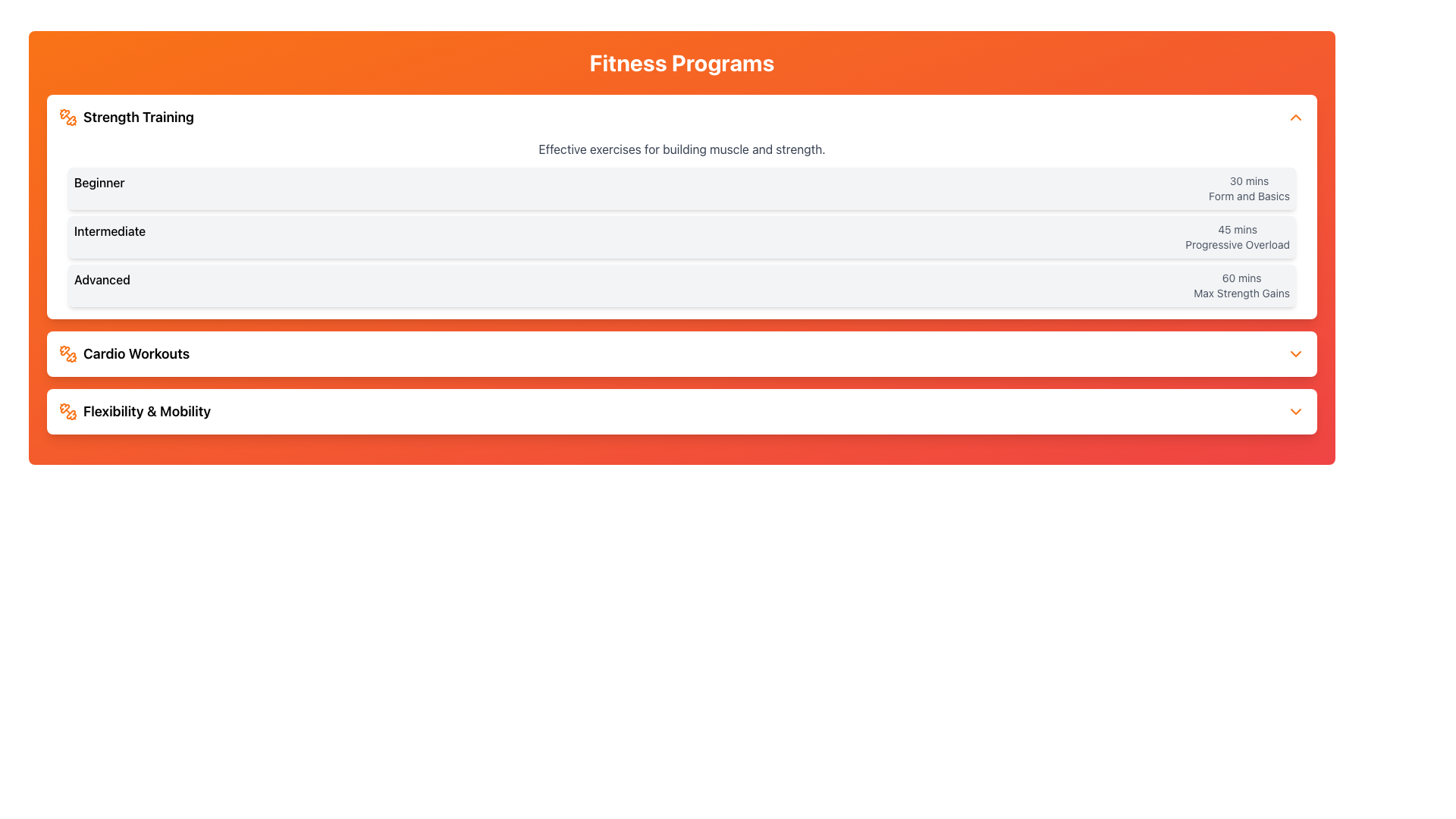 Image resolution: width=1456 pixels, height=819 pixels. What do you see at coordinates (1241, 293) in the screenshot?
I see `the static text label displaying 'Max Strength Gains', which is located at the bottom-right of the card in the 'Advanced' section of the 'Strength Training' category` at bounding box center [1241, 293].